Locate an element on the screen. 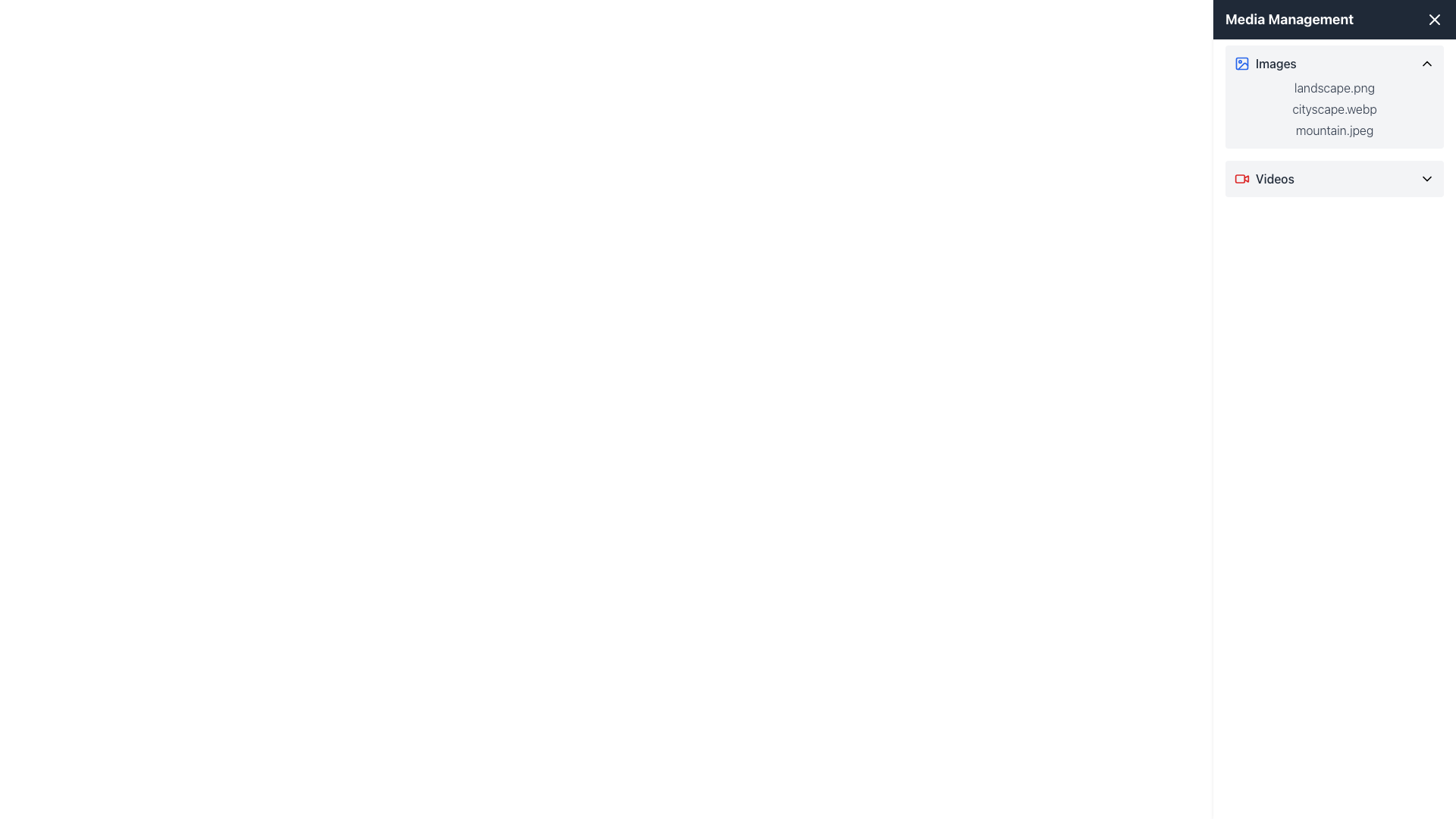 The image size is (1456, 819). the upward-pointing chevron icon with a black outline, which is associated with the 'Images' dropdown menu in the 'Media Management' side panel for UI feedback is located at coordinates (1426, 63).